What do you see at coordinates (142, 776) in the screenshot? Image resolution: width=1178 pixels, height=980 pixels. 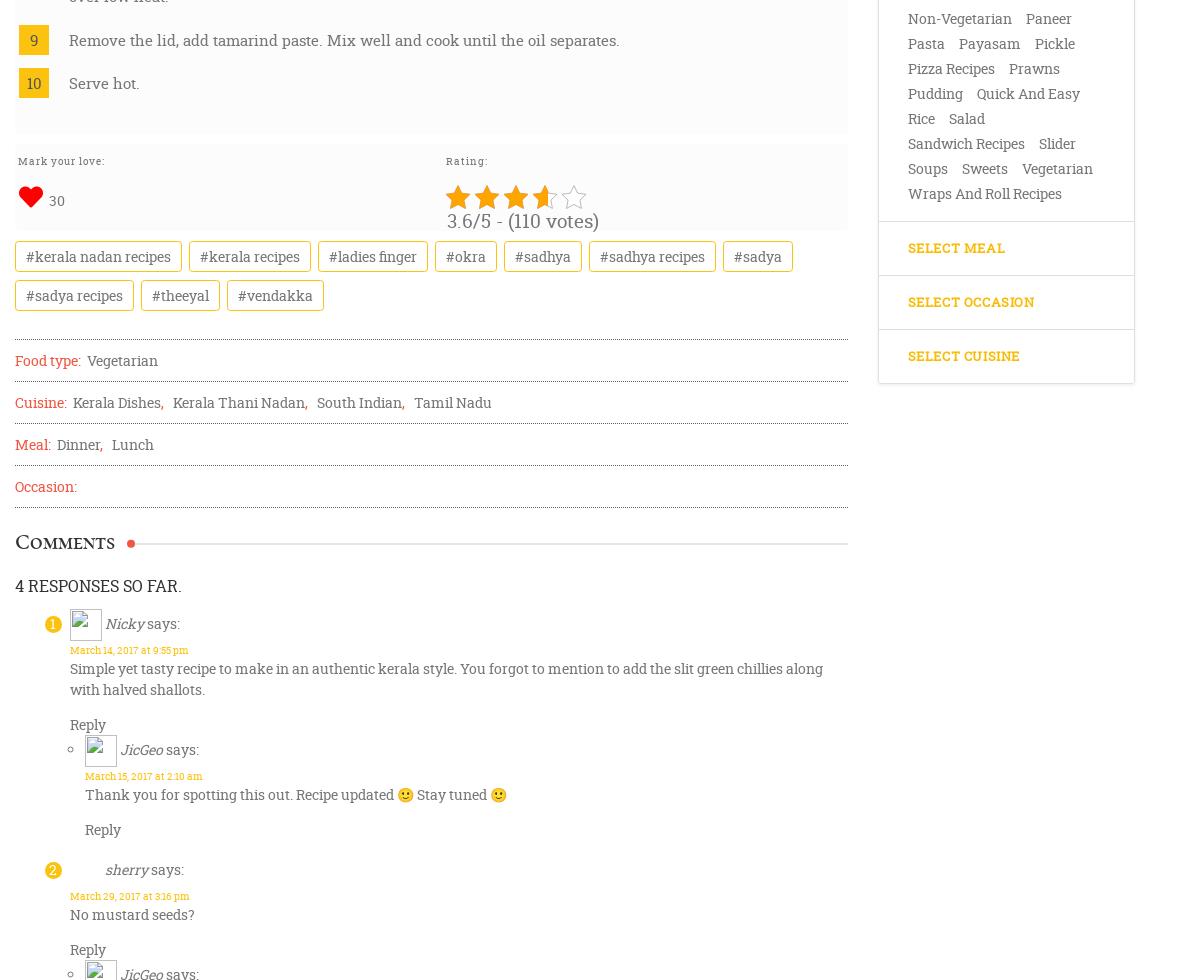 I see `'March 15, 2017 at 2:10 am'` at bounding box center [142, 776].